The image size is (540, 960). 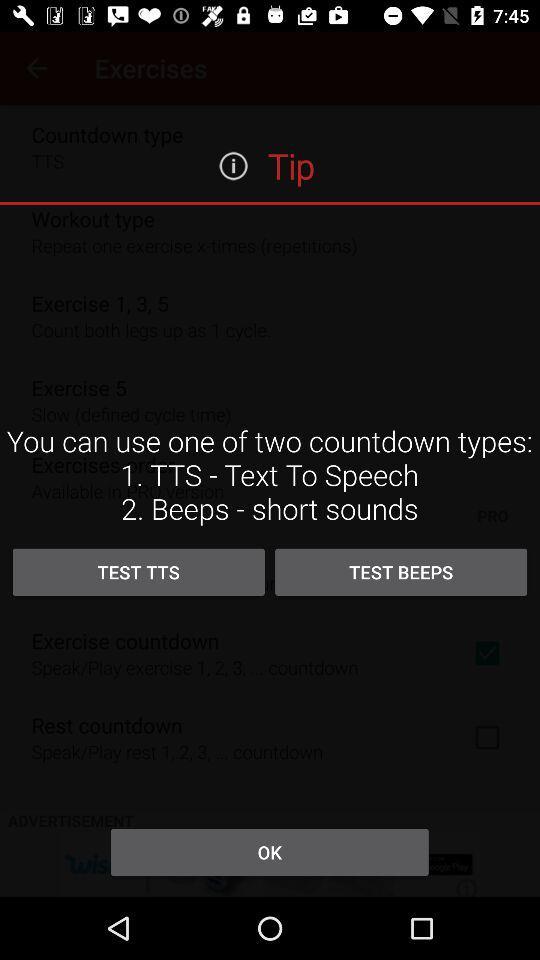 What do you see at coordinates (269, 851) in the screenshot?
I see `ok` at bounding box center [269, 851].